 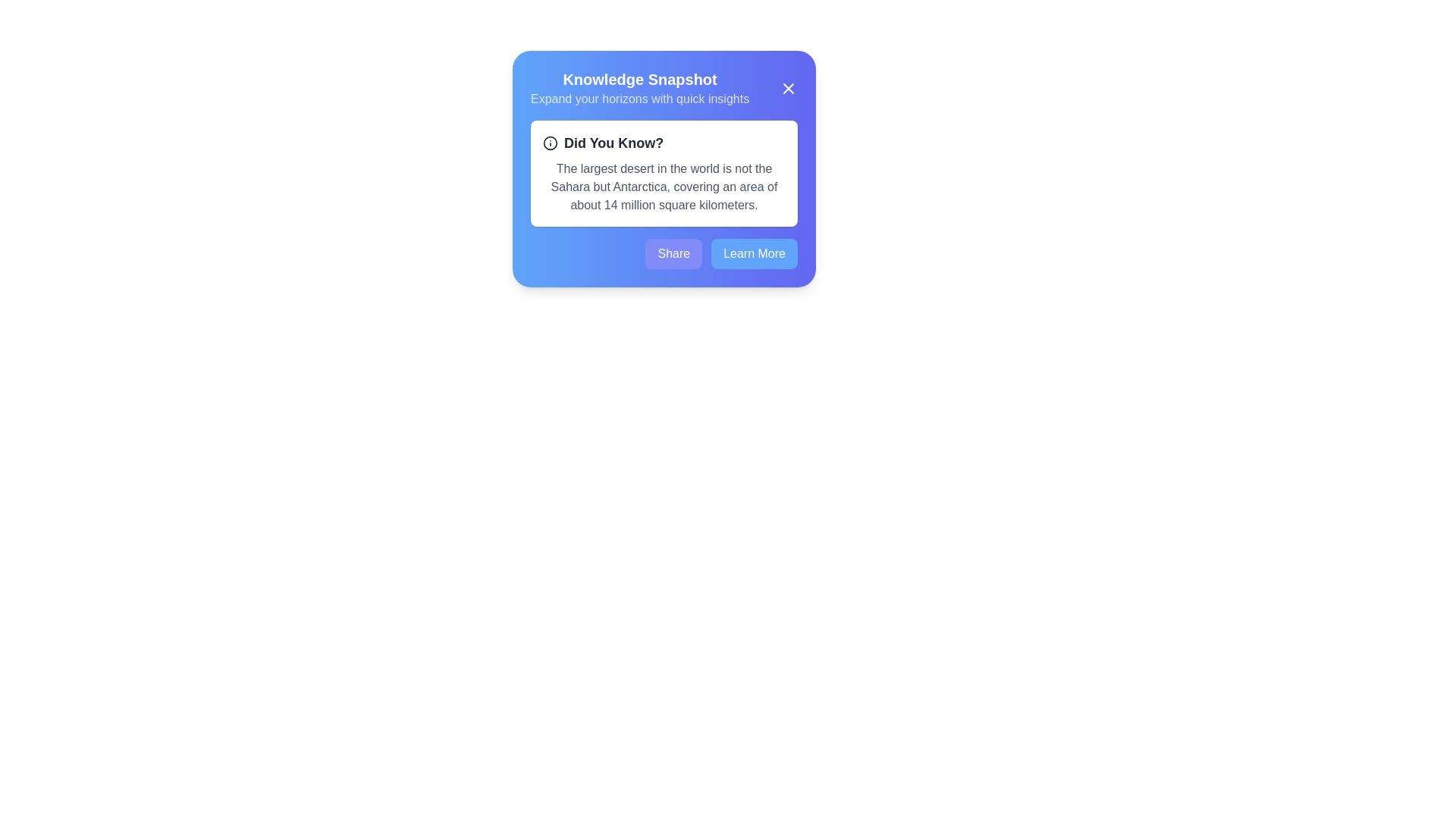 What do you see at coordinates (640, 79) in the screenshot?
I see `text label displaying 'Knowledge Snapshot' in bold, extra-large font, which is positioned at the top of the card interface` at bounding box center [640, 79].